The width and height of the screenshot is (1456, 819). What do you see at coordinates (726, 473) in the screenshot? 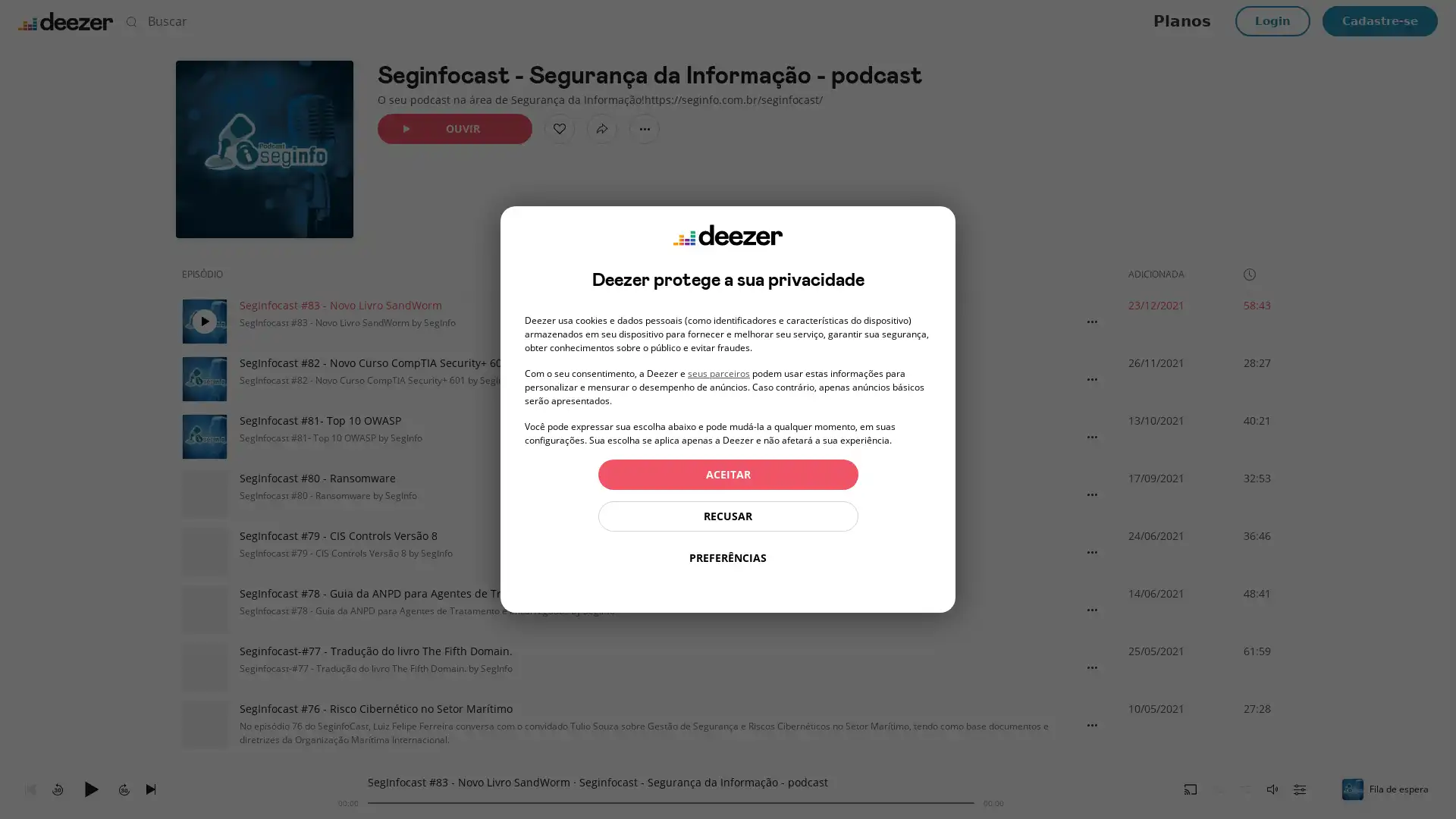
I see `ACEITAR` at bounding box center [726, 473].